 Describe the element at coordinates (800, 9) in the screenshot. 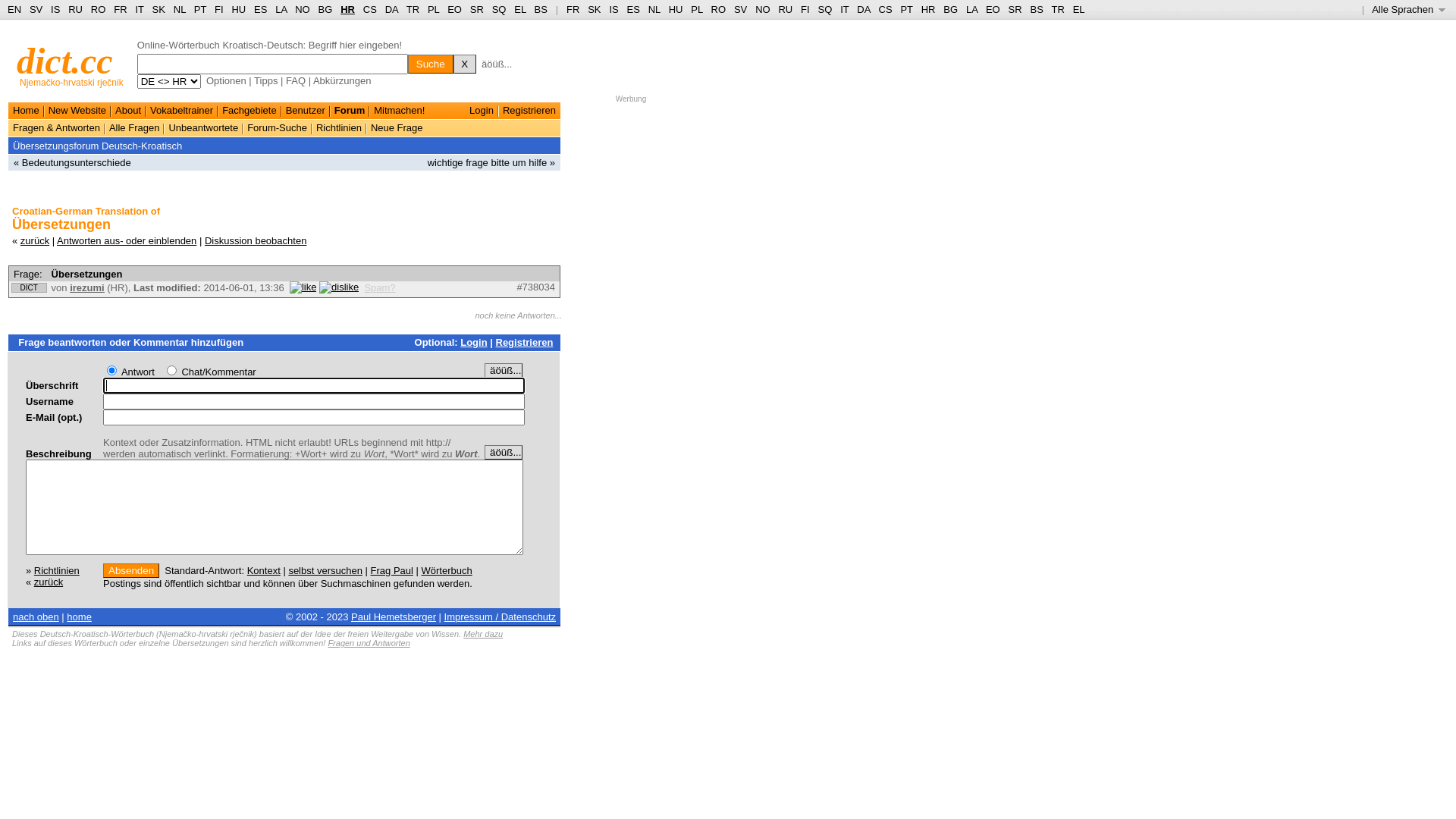

I see `'FI'` at that location.